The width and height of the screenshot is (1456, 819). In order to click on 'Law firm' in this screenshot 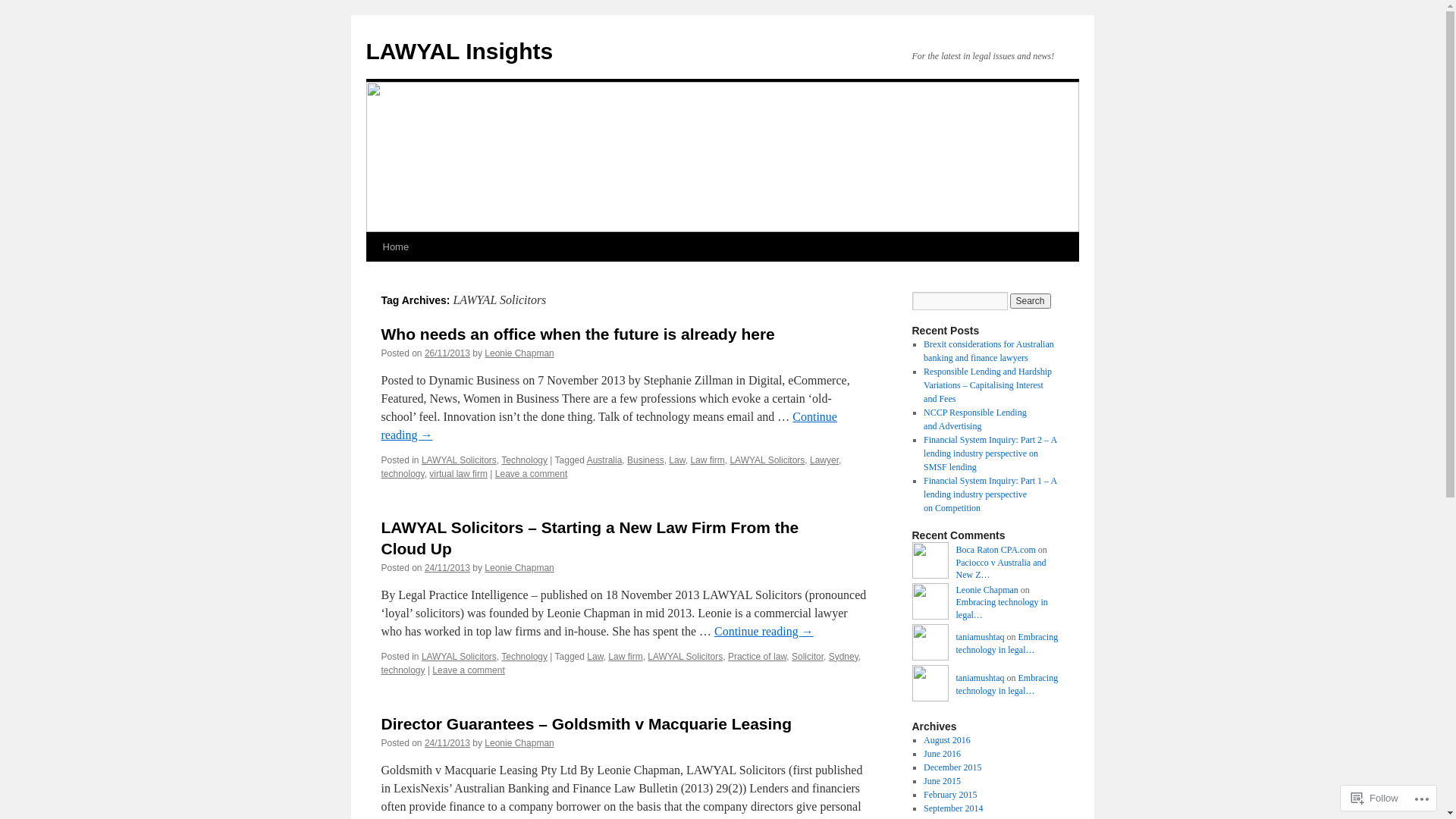, I will do `click(706, 459)`.